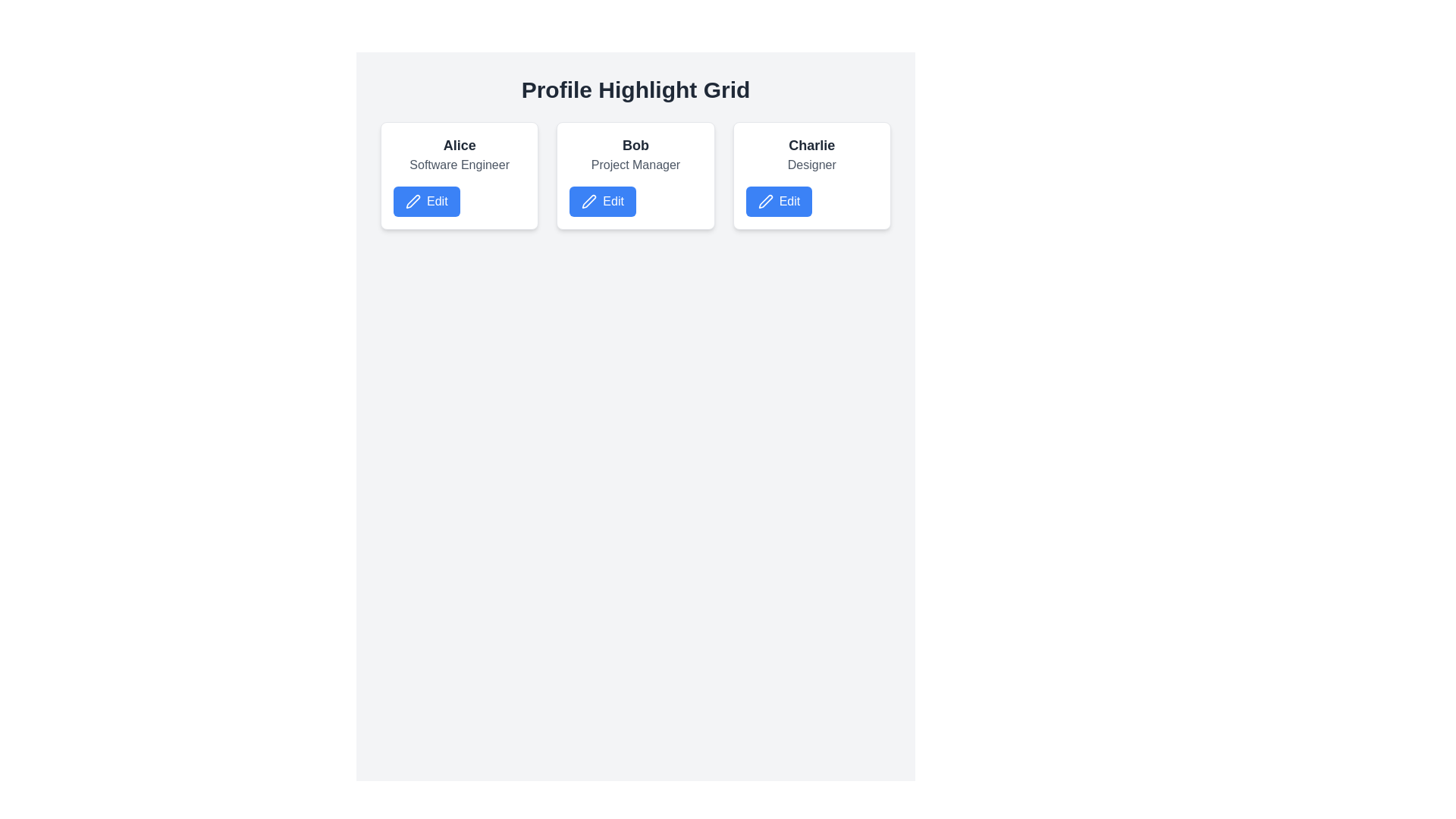 The height and width of the screenshot is (819, 1456). Describe the element at coordinates (588, 201) in the screenshot. I see `the pen icon within the 'Edit' button for the profile of 'Bob - Project Manager', which allows users to edit profile details` at that location.